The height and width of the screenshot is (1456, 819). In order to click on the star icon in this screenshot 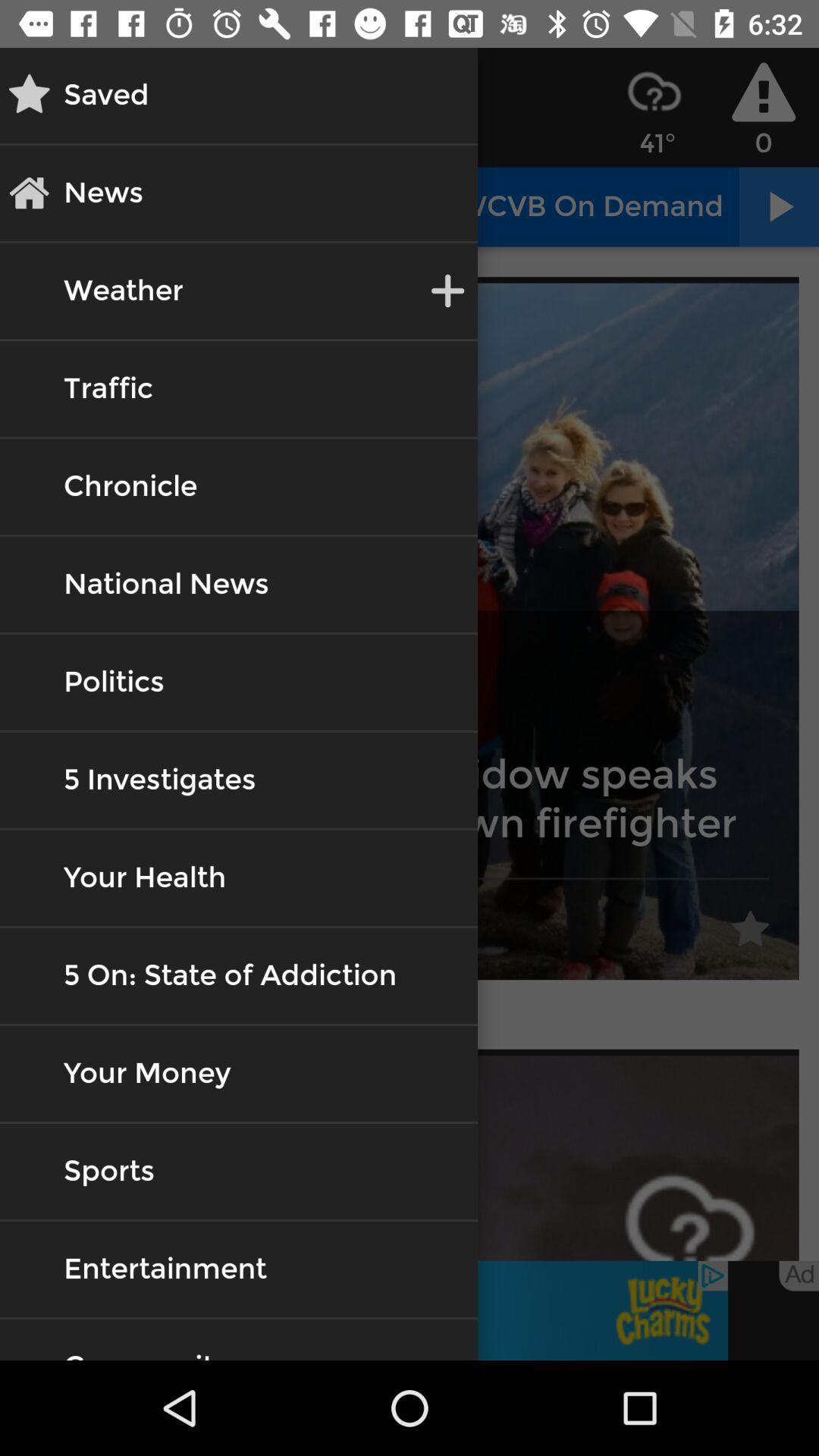, I will do `click(55, 102)`.